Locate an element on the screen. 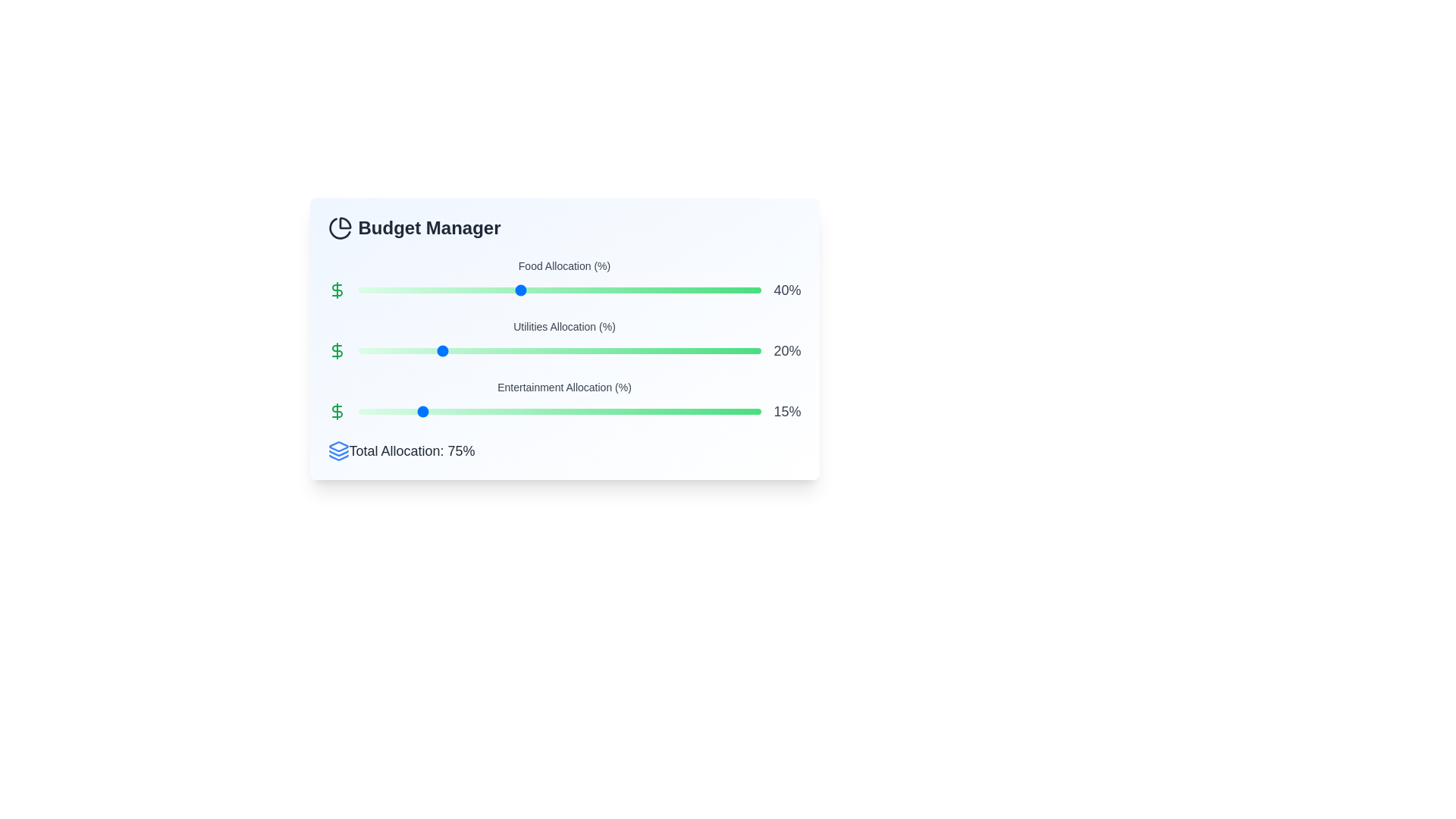 The image size is (1456, 819). the Utilities Allocation slider to 88% is located at coordinates (712, 350).